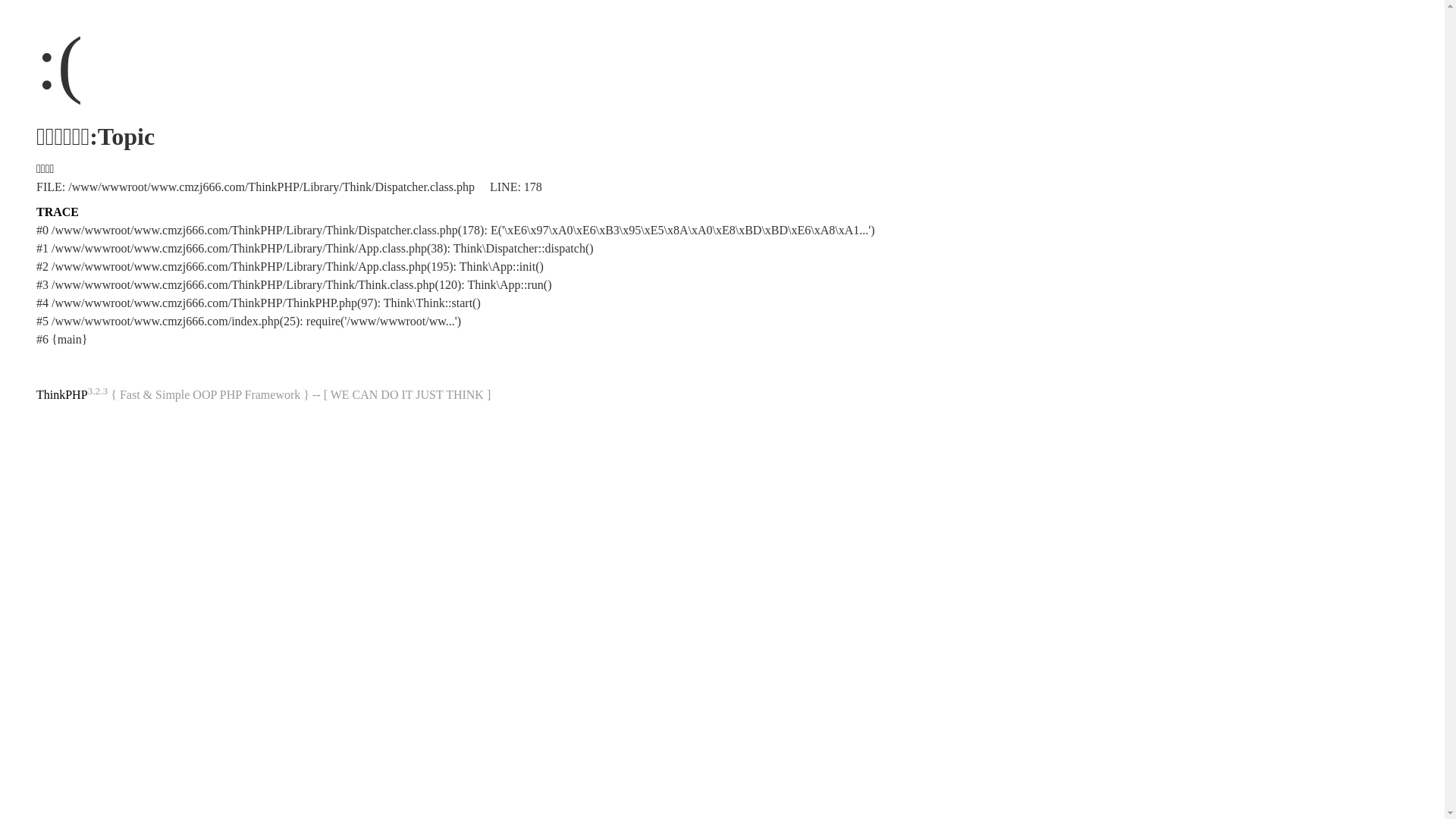 The width and height of the screenshot is (1456, 819). What do you see at coordinates (61, 394) in the screenshot?
I see `'ThinkPHP'` at bounding box center [61, 394].